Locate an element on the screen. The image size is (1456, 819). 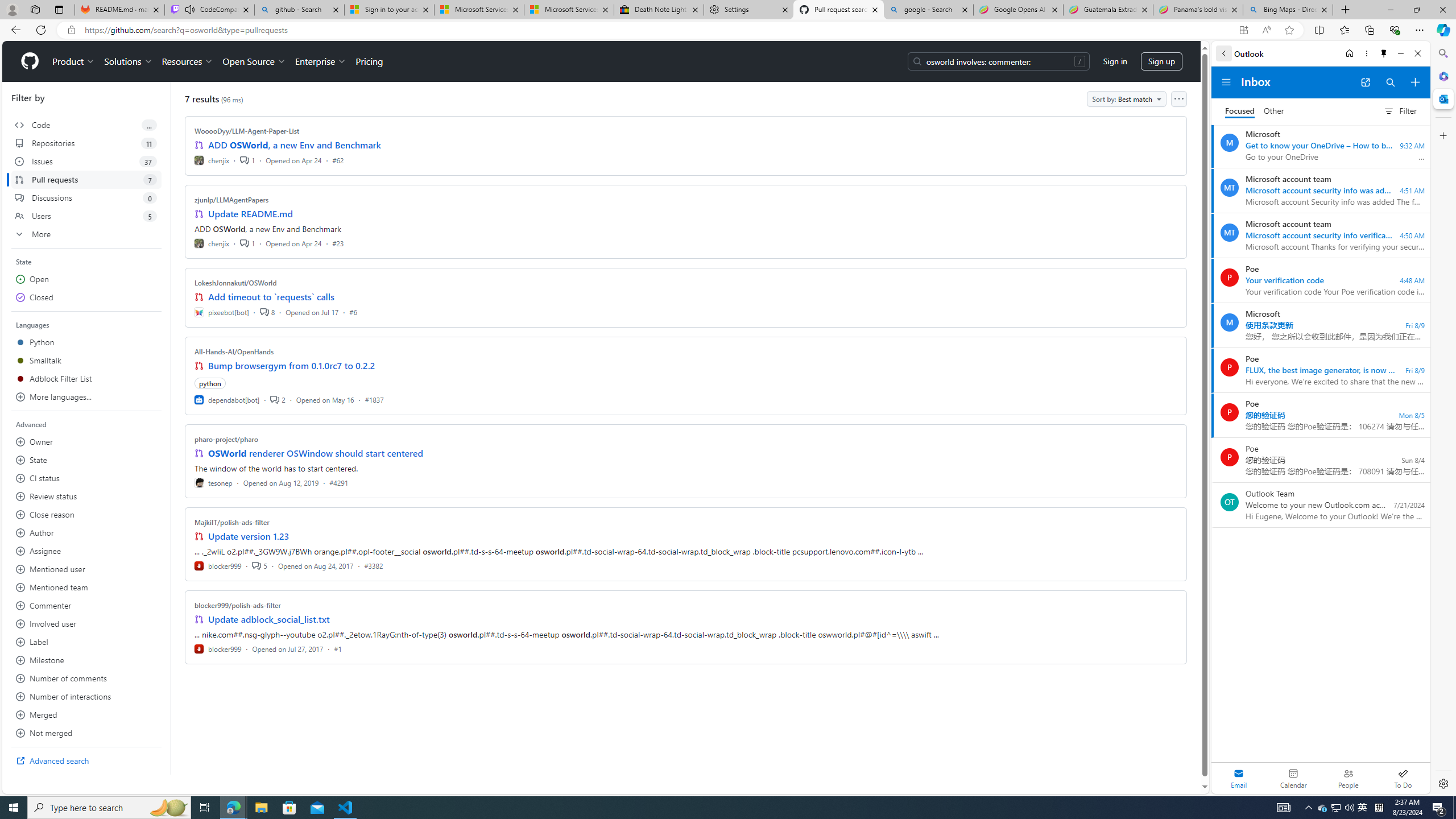
'tesonep' is located at coordinates (213, 482).